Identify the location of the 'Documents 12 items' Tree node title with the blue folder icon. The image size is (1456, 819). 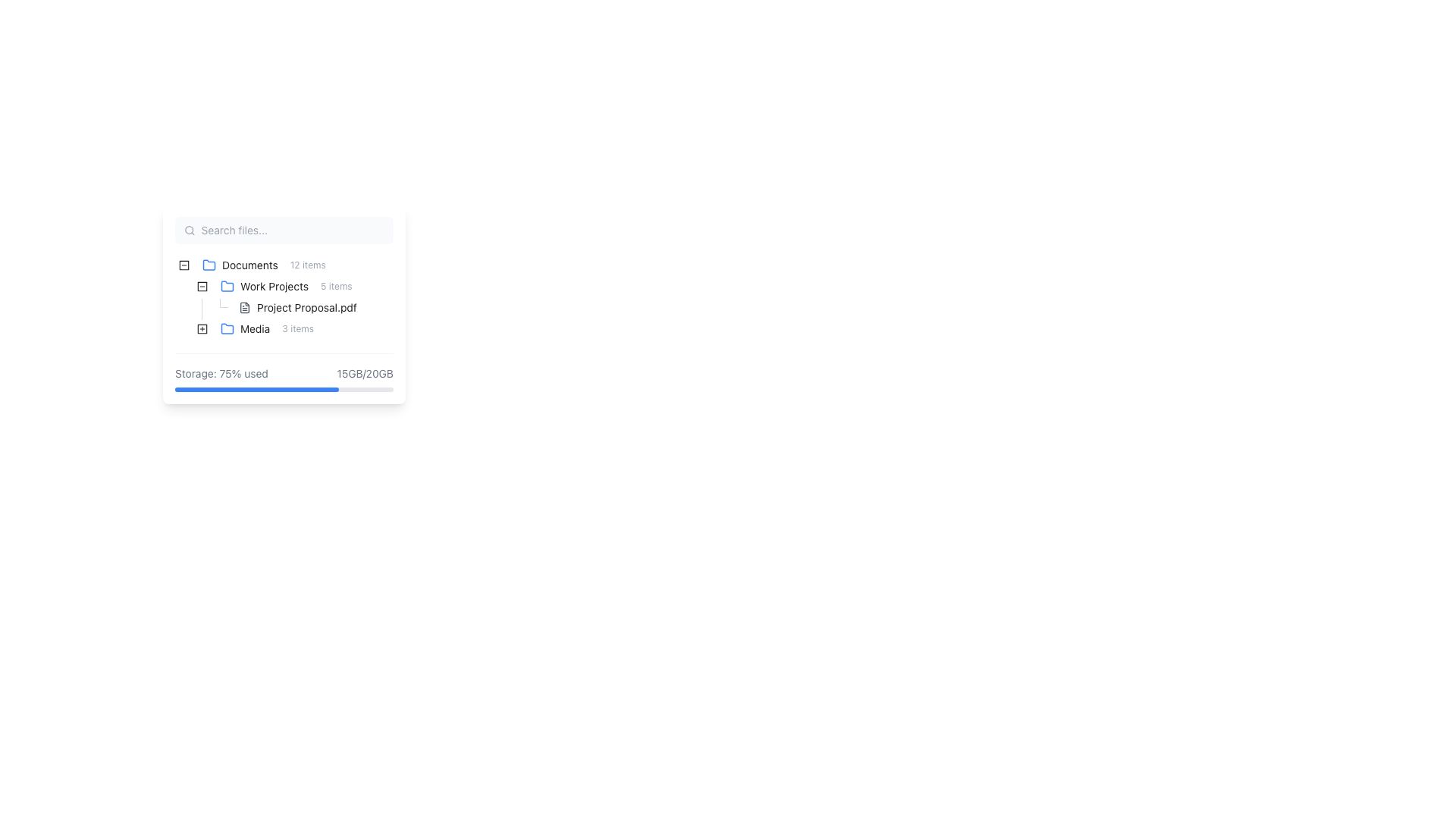
(264, 265).